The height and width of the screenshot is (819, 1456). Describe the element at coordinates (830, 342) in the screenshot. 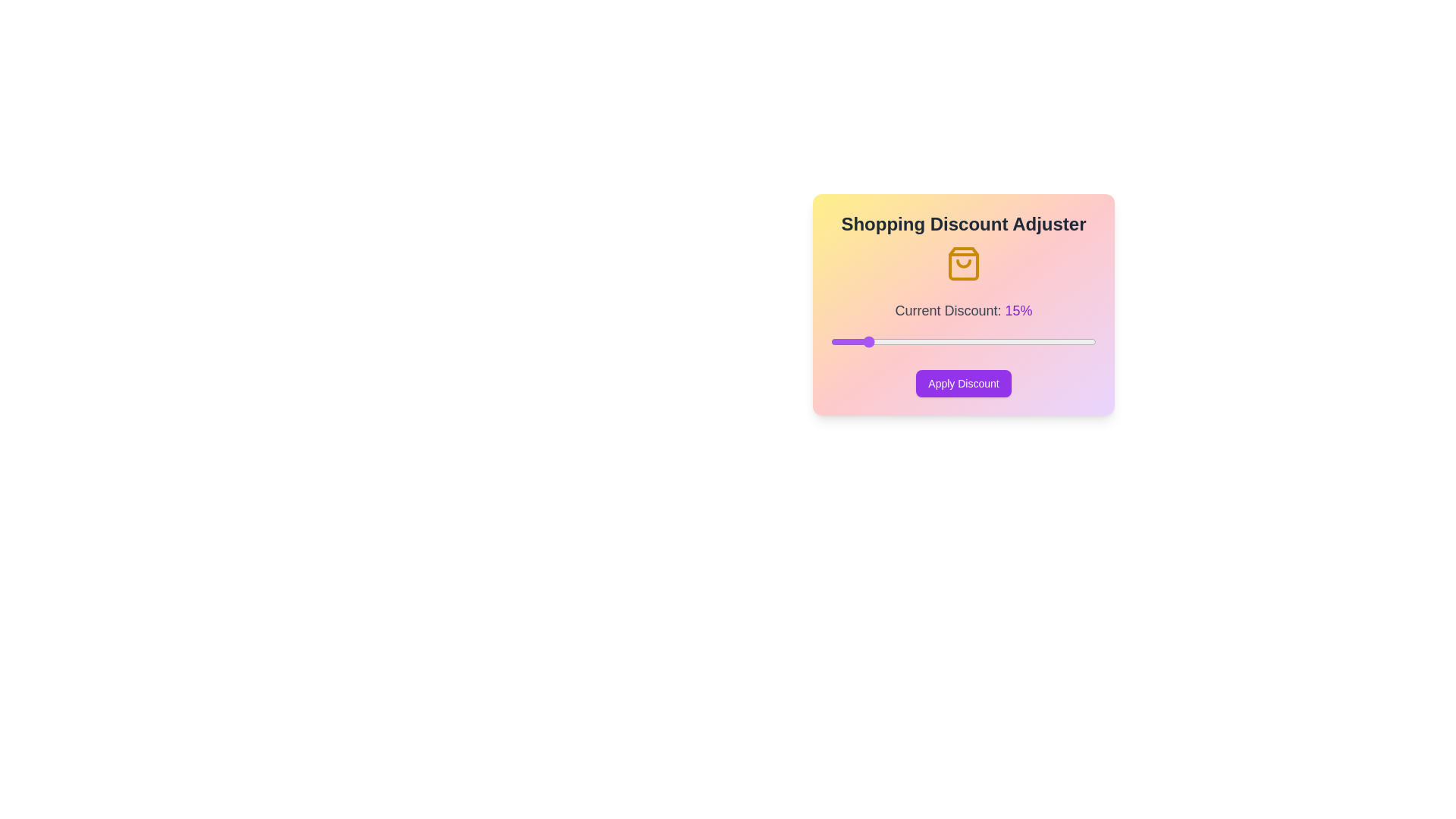

I see `the discount slider to set the discount percentage to 10` at that location.